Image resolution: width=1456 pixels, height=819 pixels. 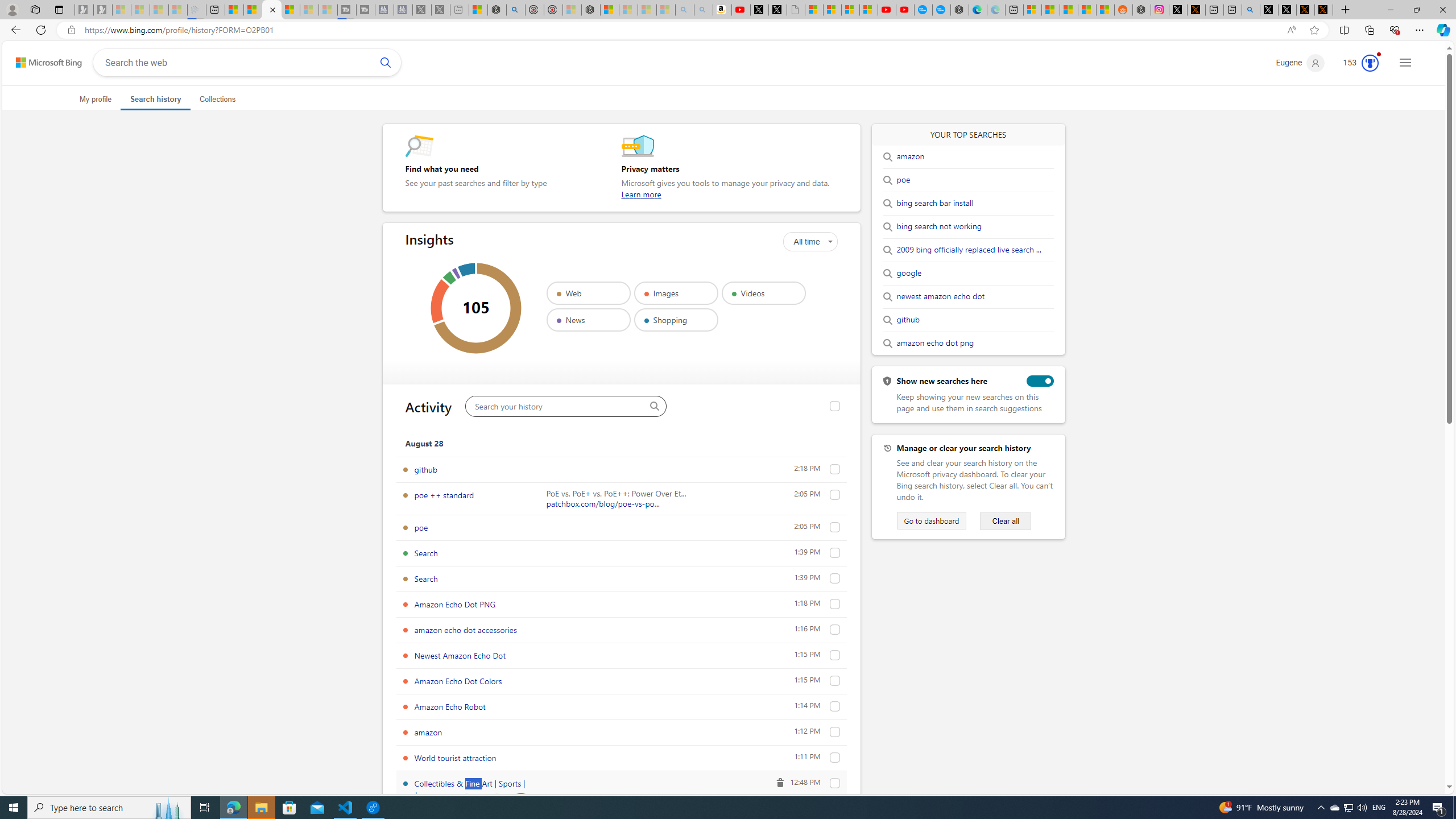 What do you see at coordinates (102, 9) in the screenshot?
I see `'Newsletter Sign Up - Sleeping'` at bounding box center [102, 9].